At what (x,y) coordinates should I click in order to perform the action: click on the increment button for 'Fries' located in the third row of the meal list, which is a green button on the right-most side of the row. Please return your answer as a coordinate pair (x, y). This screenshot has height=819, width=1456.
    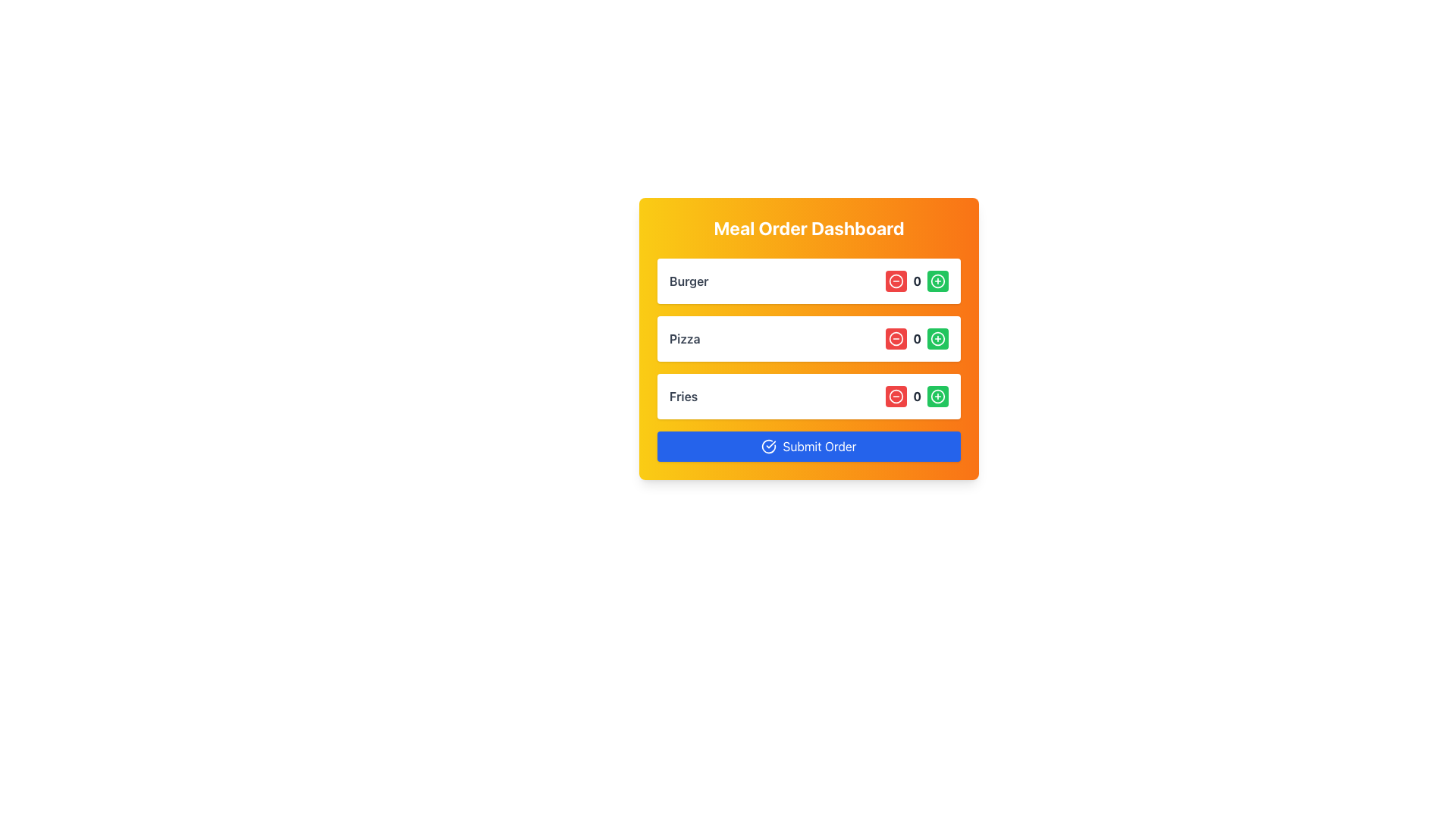
    Looking at the image, I should click on (937, 396).